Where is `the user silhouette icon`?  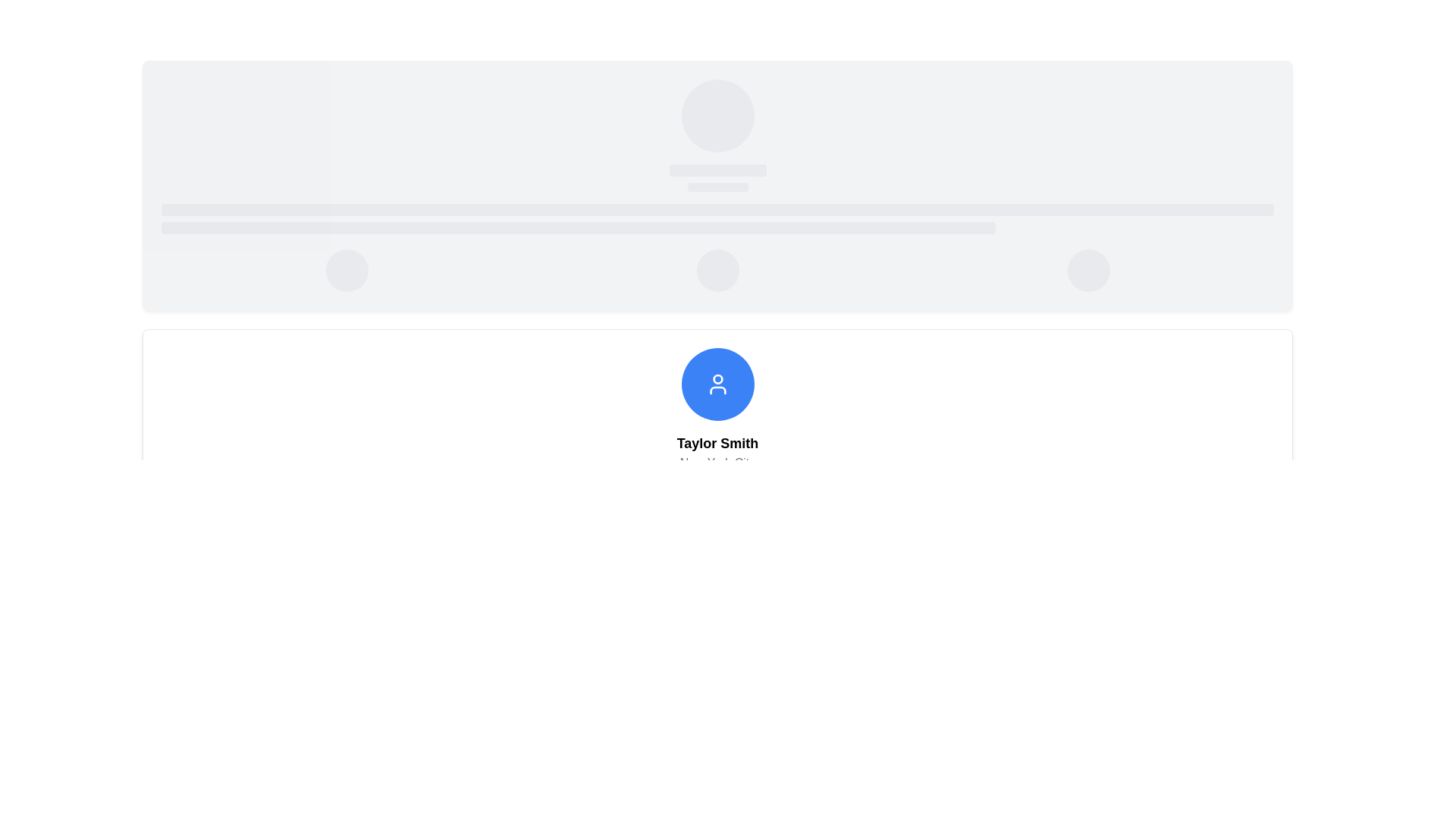 the user silhouette icon is located at coordinates (717, 383).